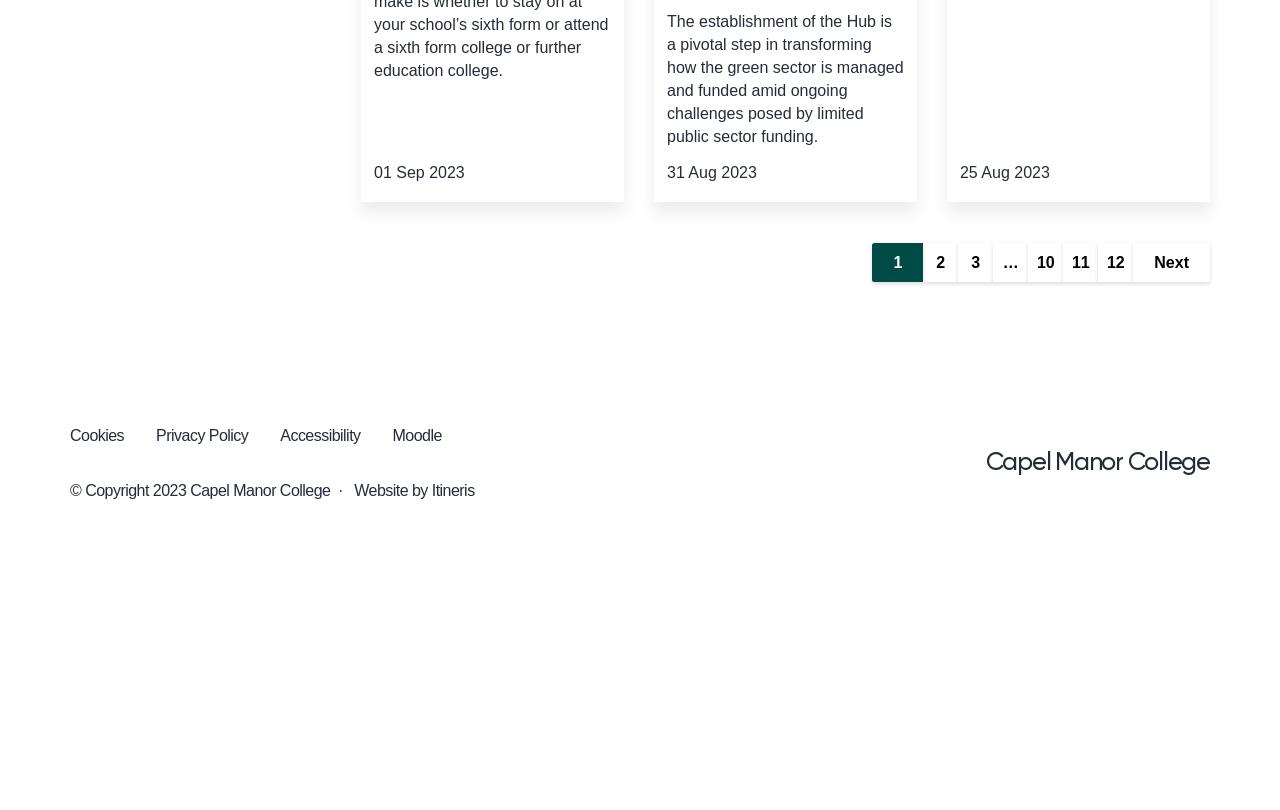 This screenshot has height=810, width=1280. I want to click on 'The establishment of the Hub is a pivotal step in transforming how the green sector is managed and funded amid ongoing challenges posed by limited public sector funding.', so click(783, 78).